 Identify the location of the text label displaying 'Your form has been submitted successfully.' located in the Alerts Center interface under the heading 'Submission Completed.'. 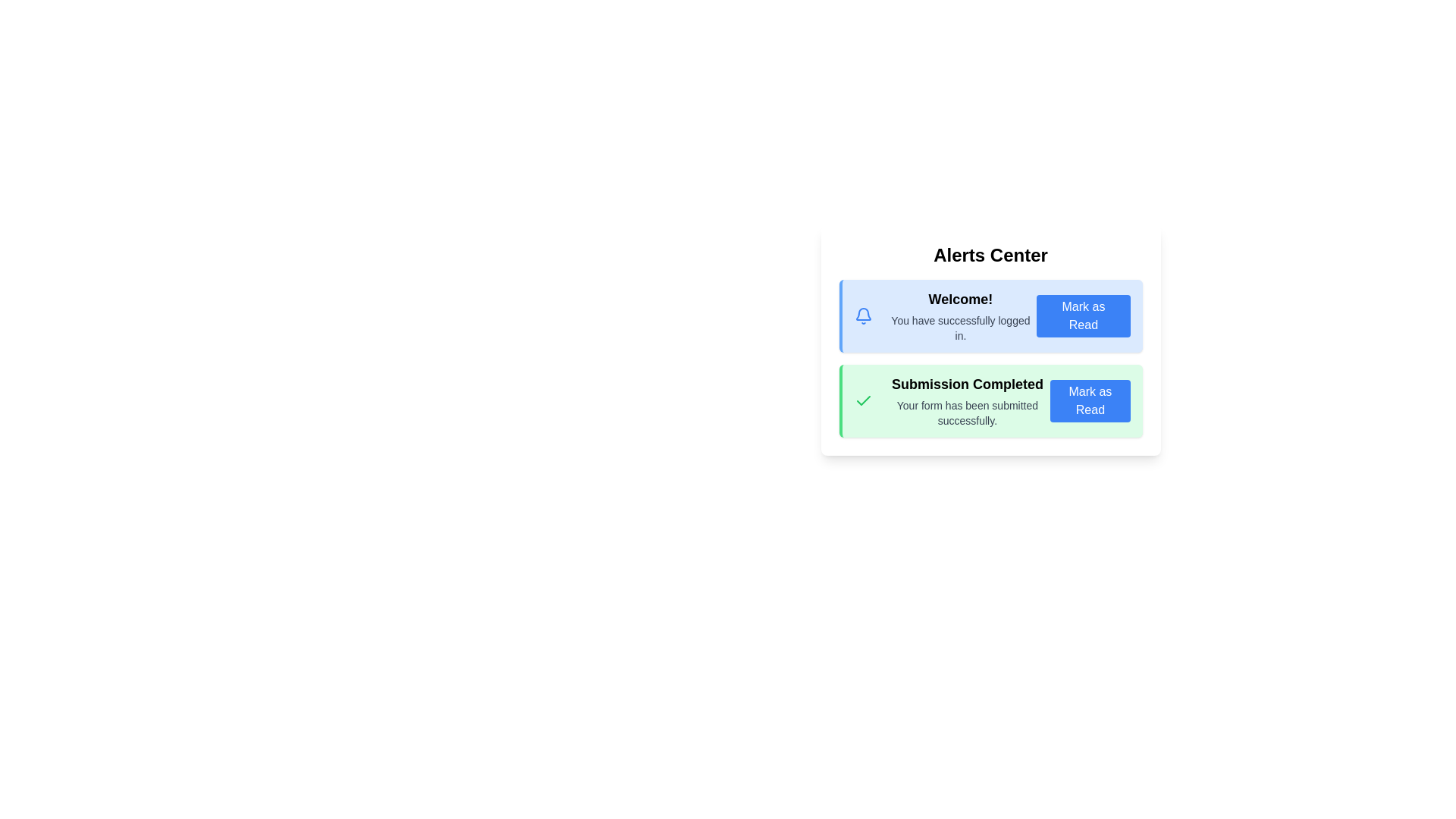
(966, 413).